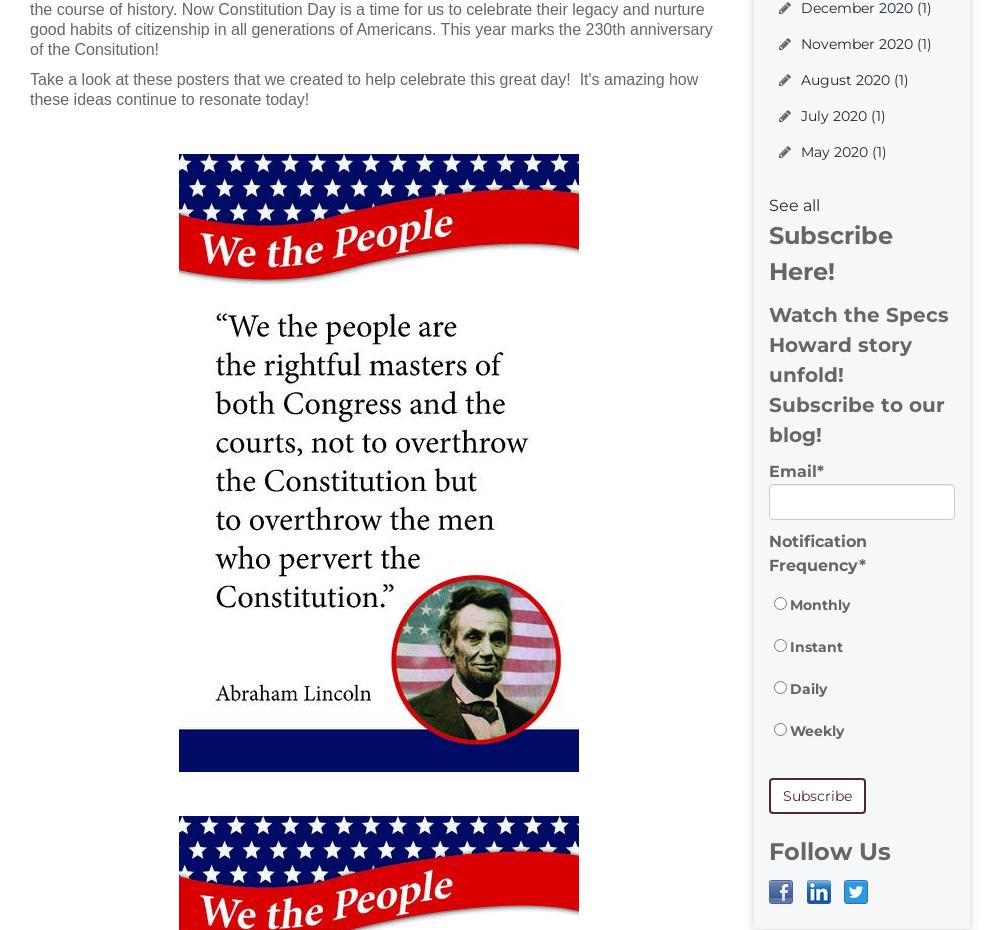 This screenshot has height=930, width=1000. Describe the element at coordinates (30, 89) in the screenshot. I see `'Take a look at these posters that we created to help celebrate this great day!  It's amazing how these ideas continue to resonate today!'` at that location.